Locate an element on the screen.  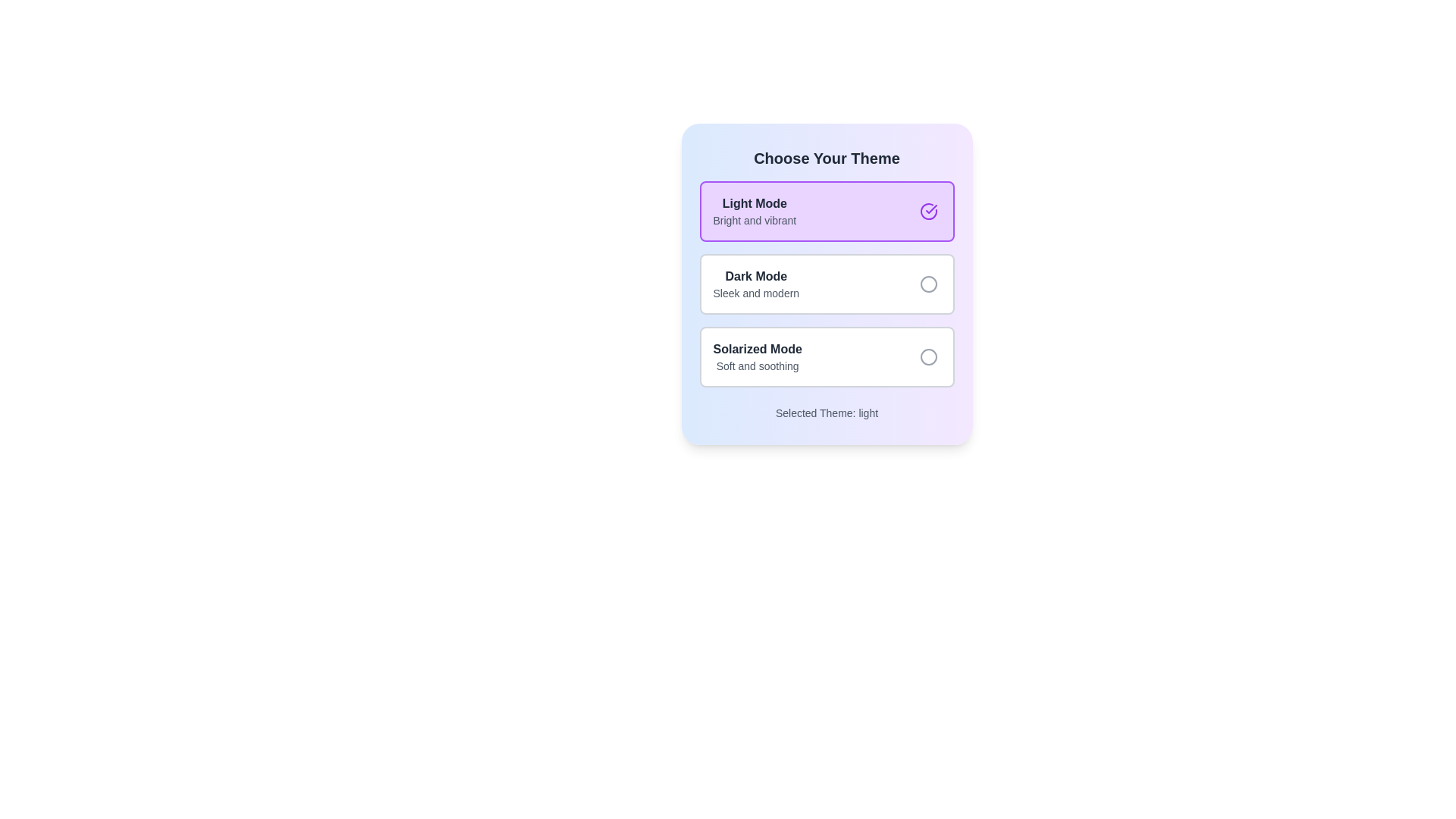
the Icon Indicator for the 'Light Mode' theme selection is located at coordinates (927, 211).